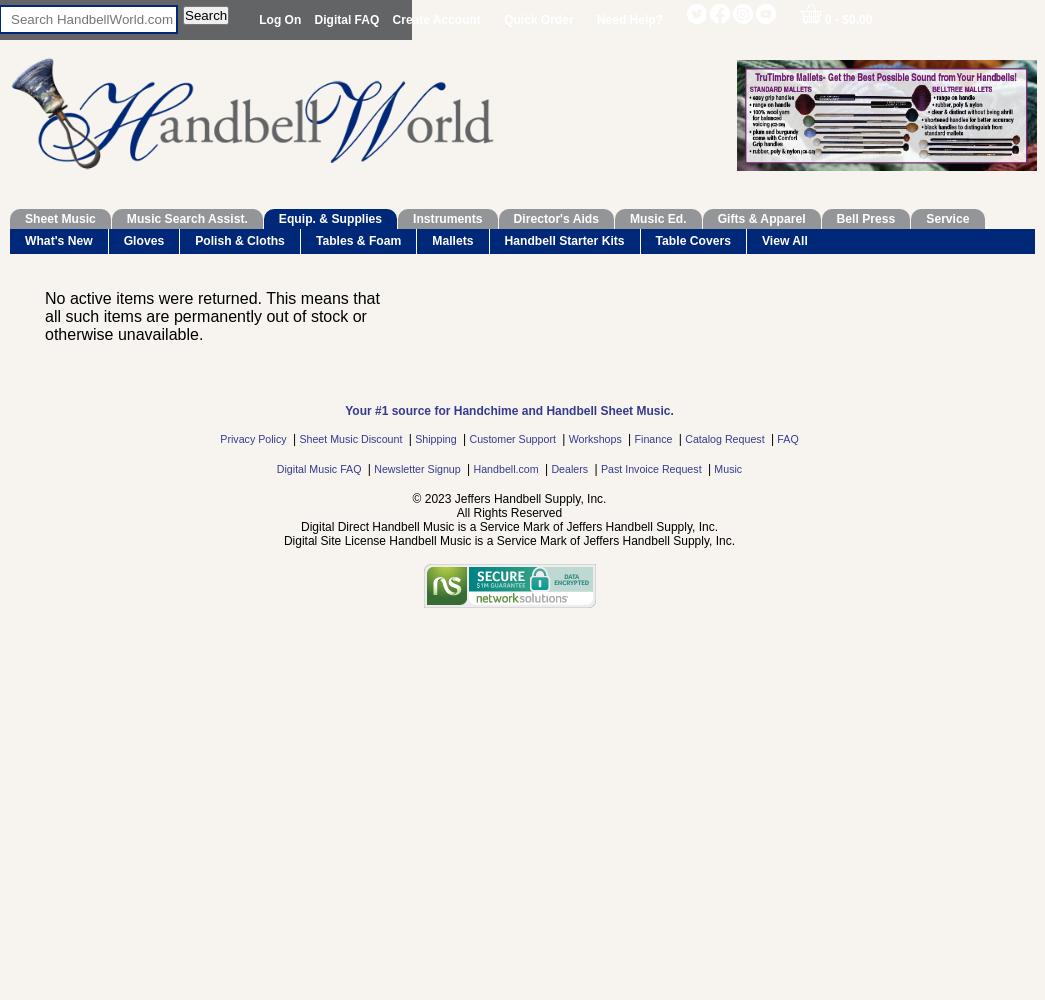 The height and width of the screenshot is (1000, 1045). Describe the element at coordinates (508, 527) in the screenshot. I see `'Digital Direct Handbell Music is a Service Mark of Jeffers Handbell Supply, Inc.'` at that location.